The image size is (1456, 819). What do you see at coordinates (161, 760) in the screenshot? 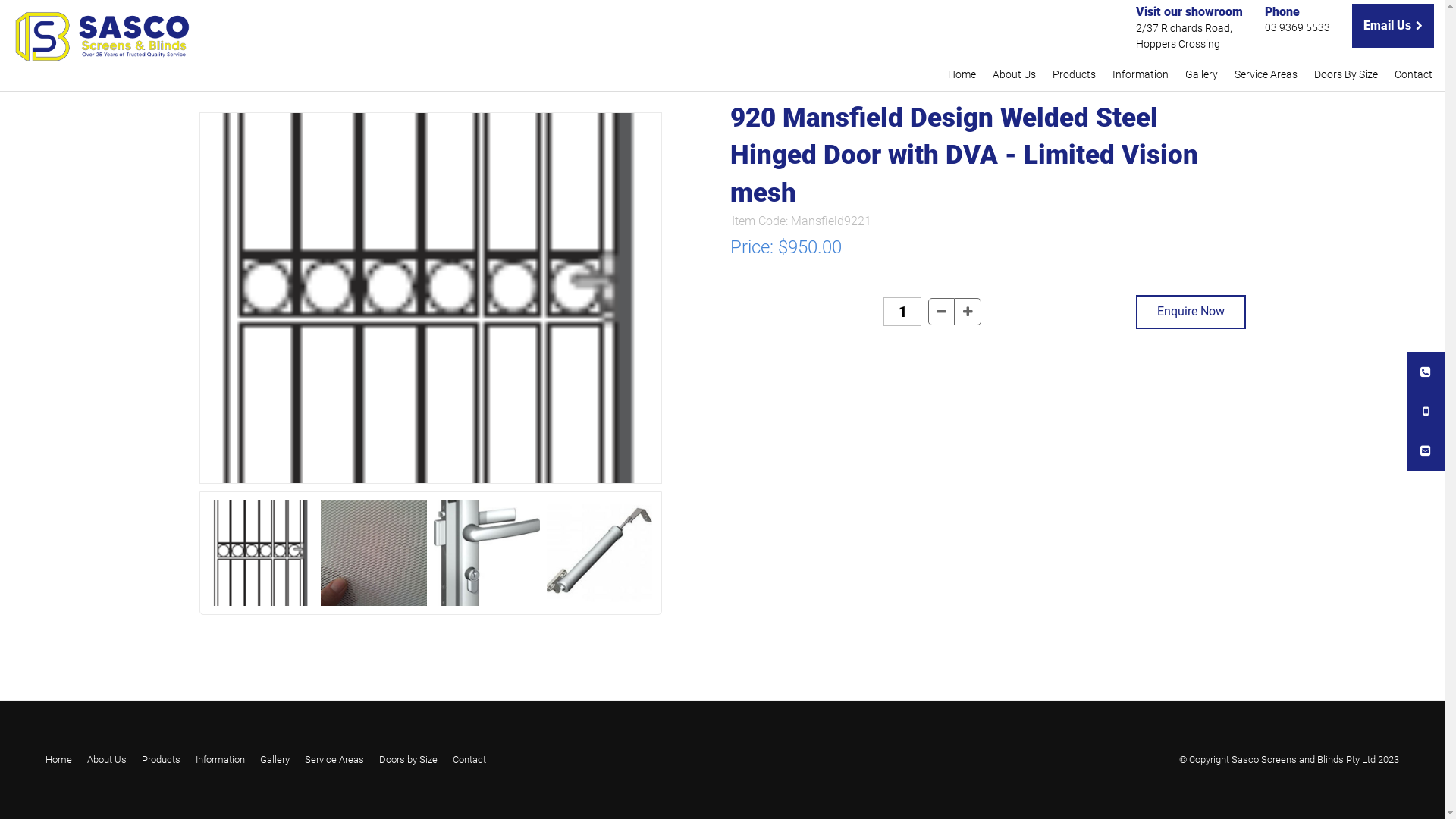
I see `'Products'` at bounding box center [161, 760].